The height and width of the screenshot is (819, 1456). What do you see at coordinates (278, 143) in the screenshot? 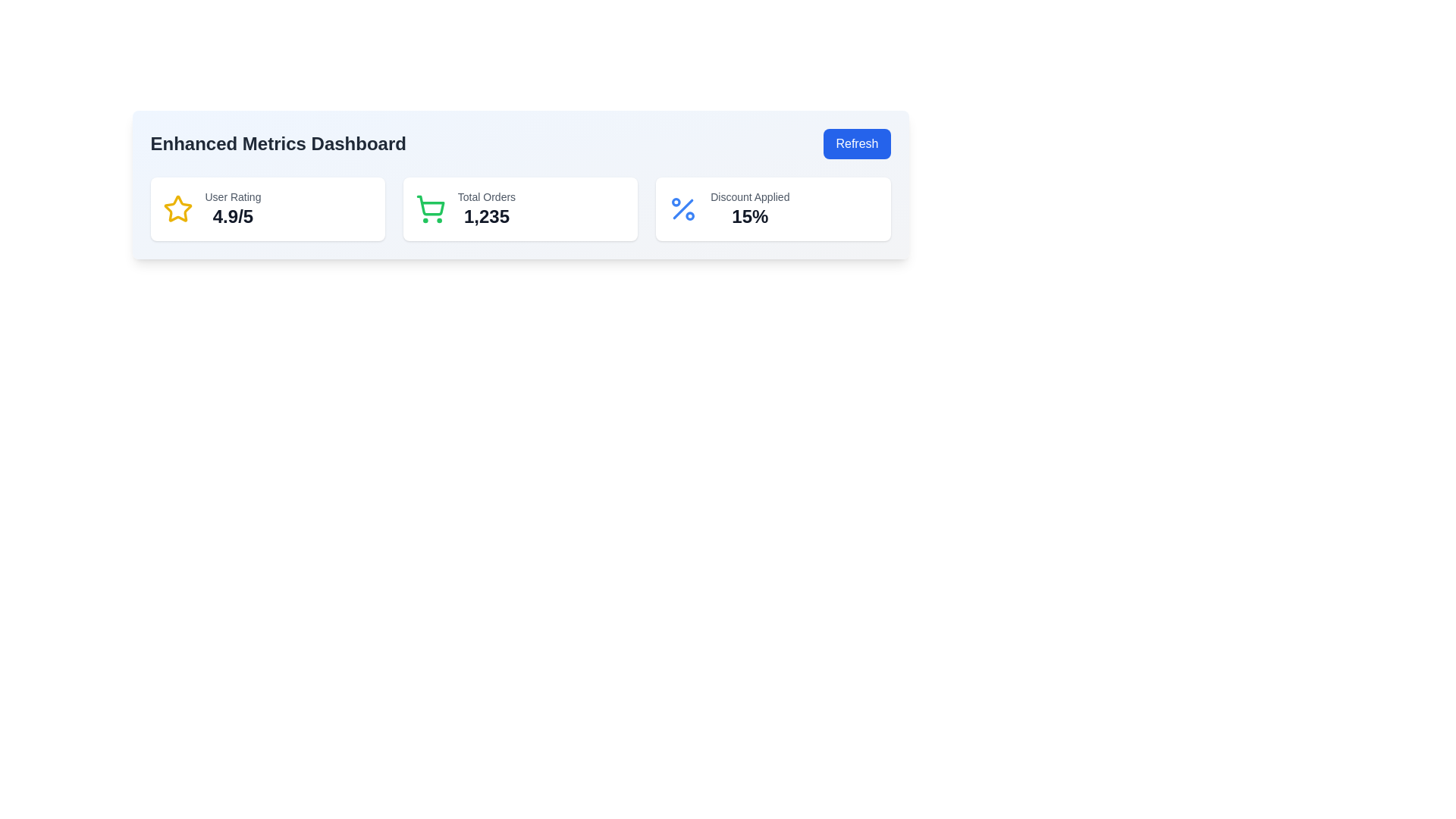
I see `the text header labeled 'Enhanced Metrics Dashboard', which is styled in bold, large dark gray font and positioned to the left of the 'Refresh' button` at bounding box center [278, 143].